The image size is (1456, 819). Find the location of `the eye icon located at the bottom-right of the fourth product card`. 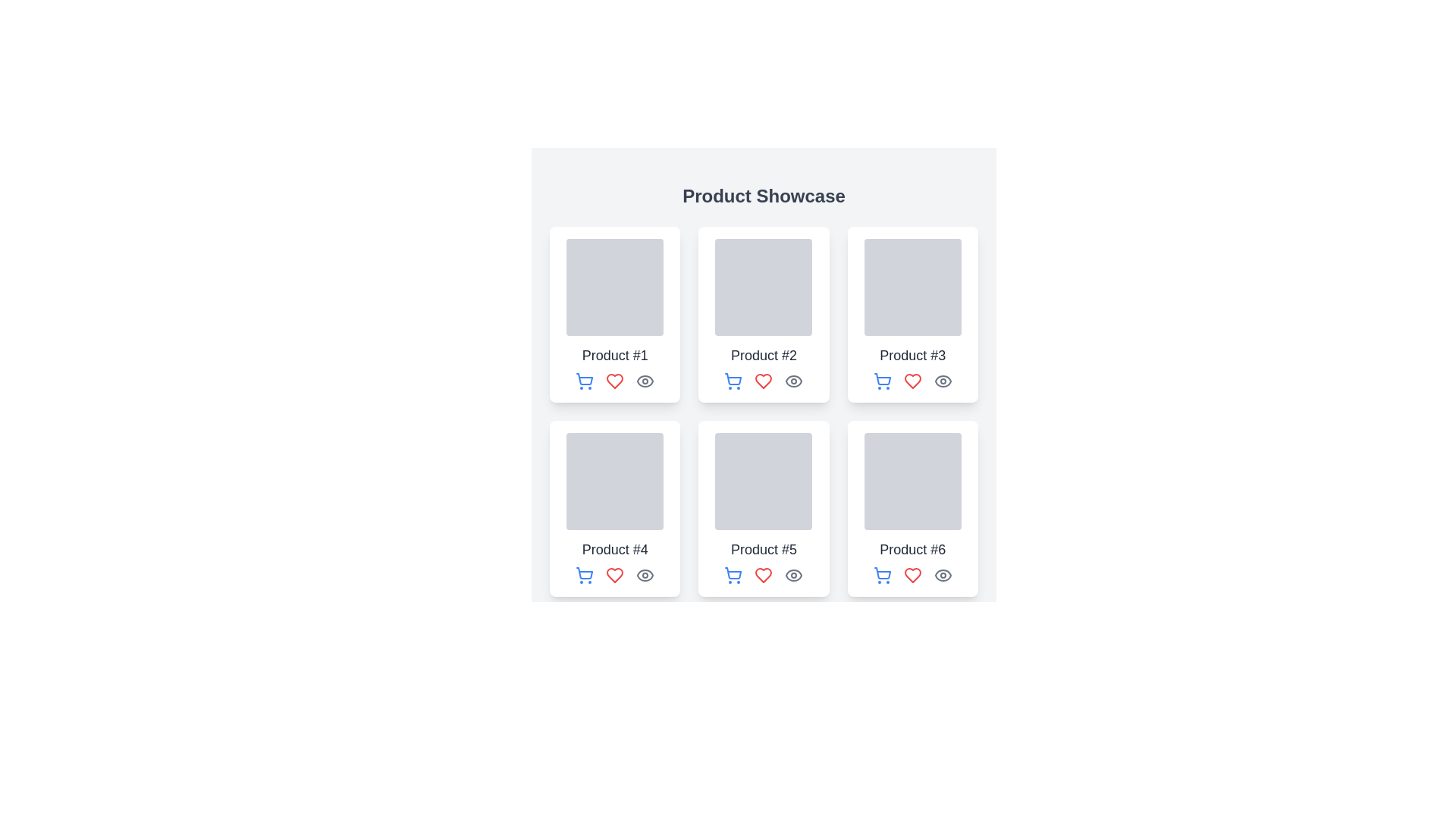

the eye icon located at the bottom-right of the fourth product card is located at coordinates (645, 576).